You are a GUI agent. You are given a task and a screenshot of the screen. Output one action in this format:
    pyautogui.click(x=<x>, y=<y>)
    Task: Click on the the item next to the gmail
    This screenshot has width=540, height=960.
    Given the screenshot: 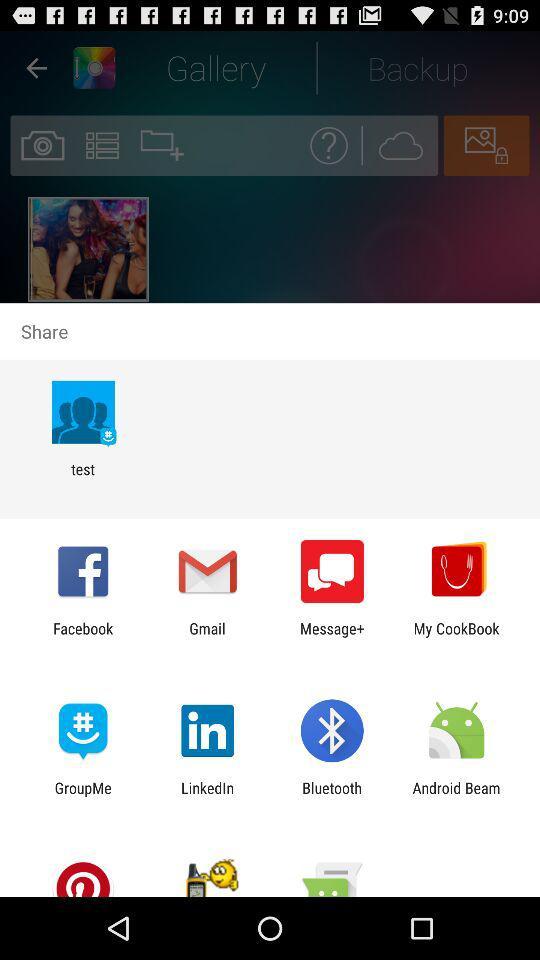 What is the action you would take?
    pyautogui.click(x=82, y=636)
    